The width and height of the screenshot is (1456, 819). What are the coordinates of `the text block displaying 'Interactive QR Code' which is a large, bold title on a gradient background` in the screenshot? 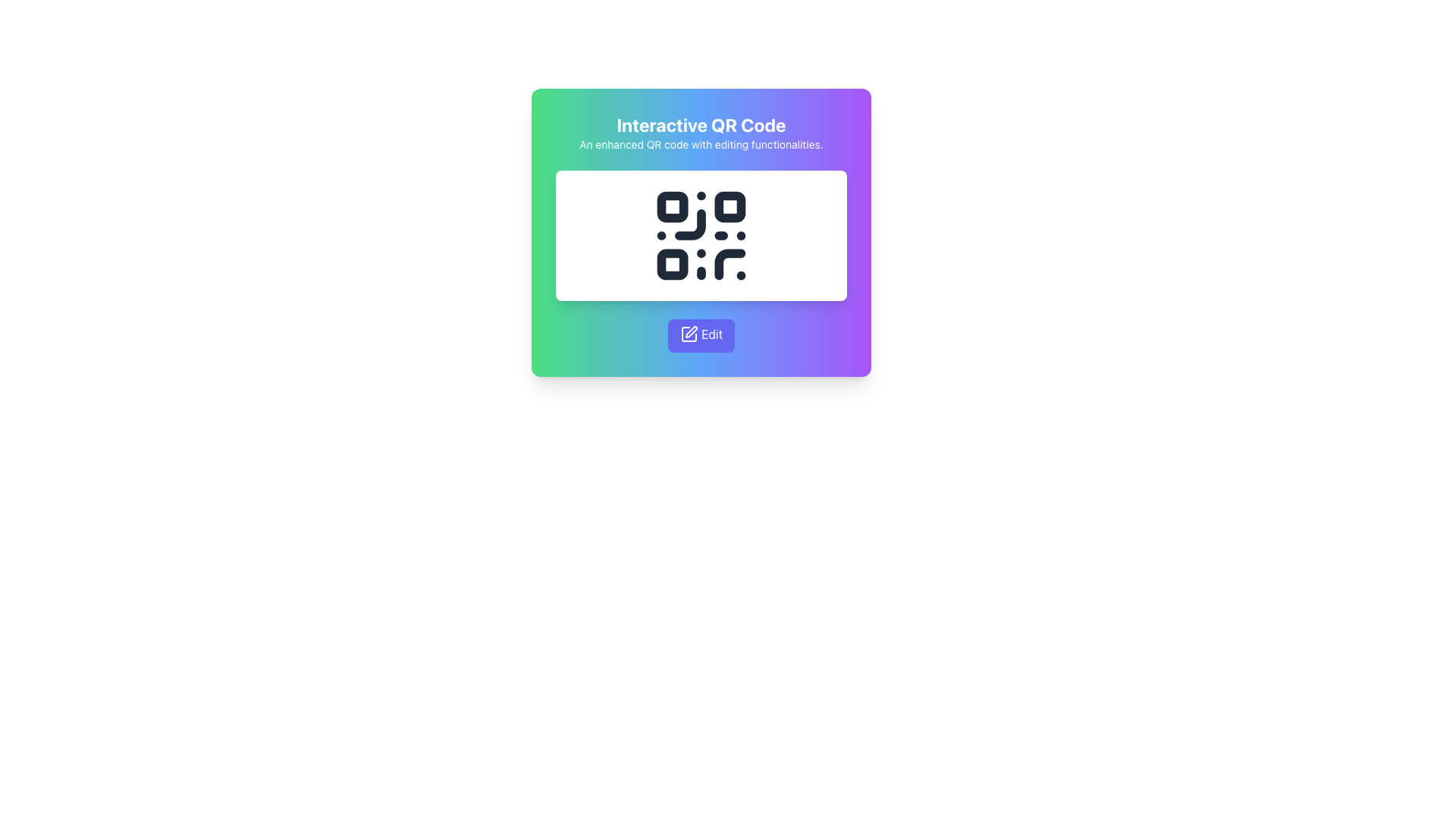 It's located at (701, 131).